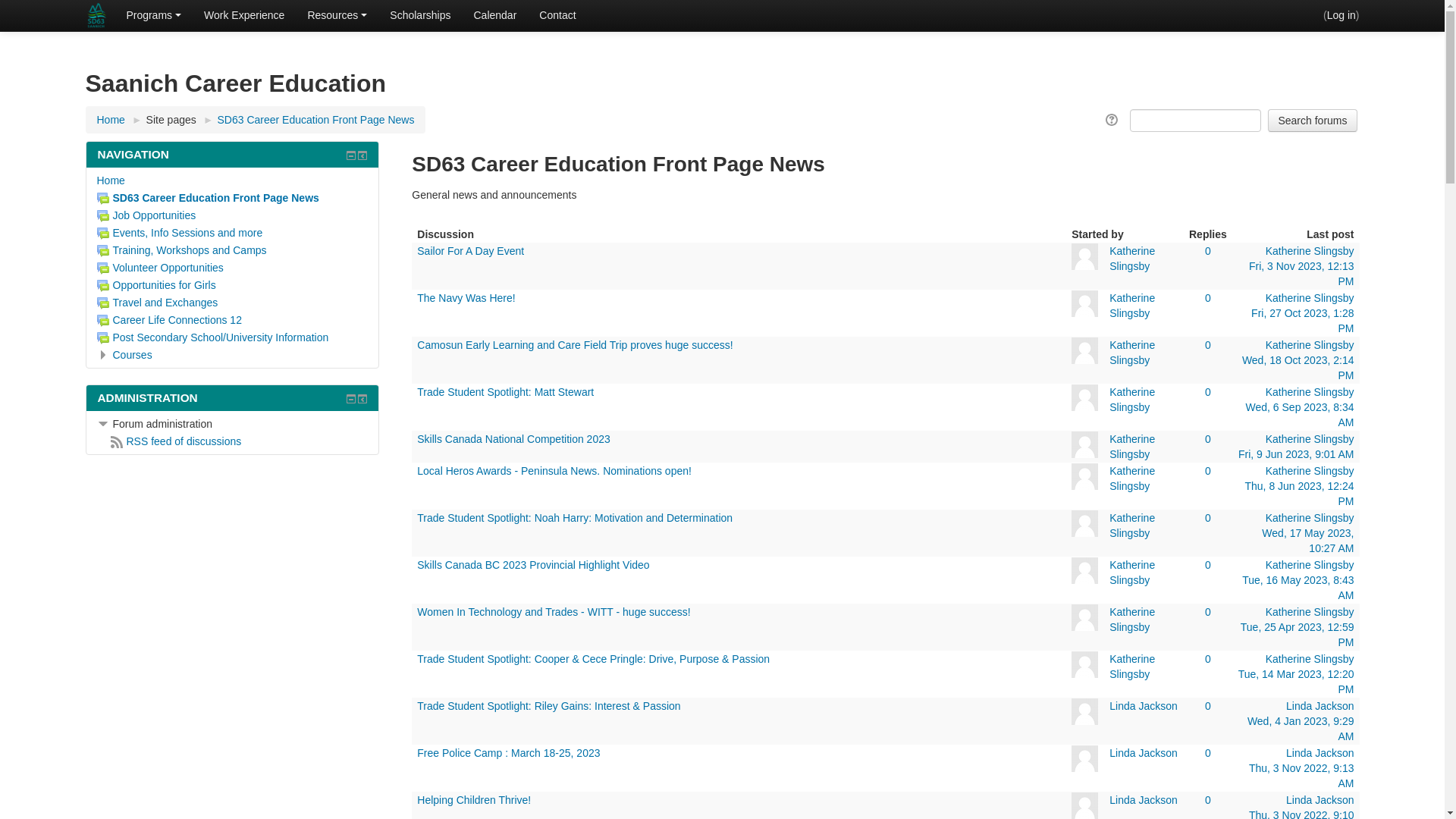 This screenshot has width=1456, height=819. What do you see at coordinates (110, 119) in the screenshot?
I see `'Home'` at bounding box center [110, 119].